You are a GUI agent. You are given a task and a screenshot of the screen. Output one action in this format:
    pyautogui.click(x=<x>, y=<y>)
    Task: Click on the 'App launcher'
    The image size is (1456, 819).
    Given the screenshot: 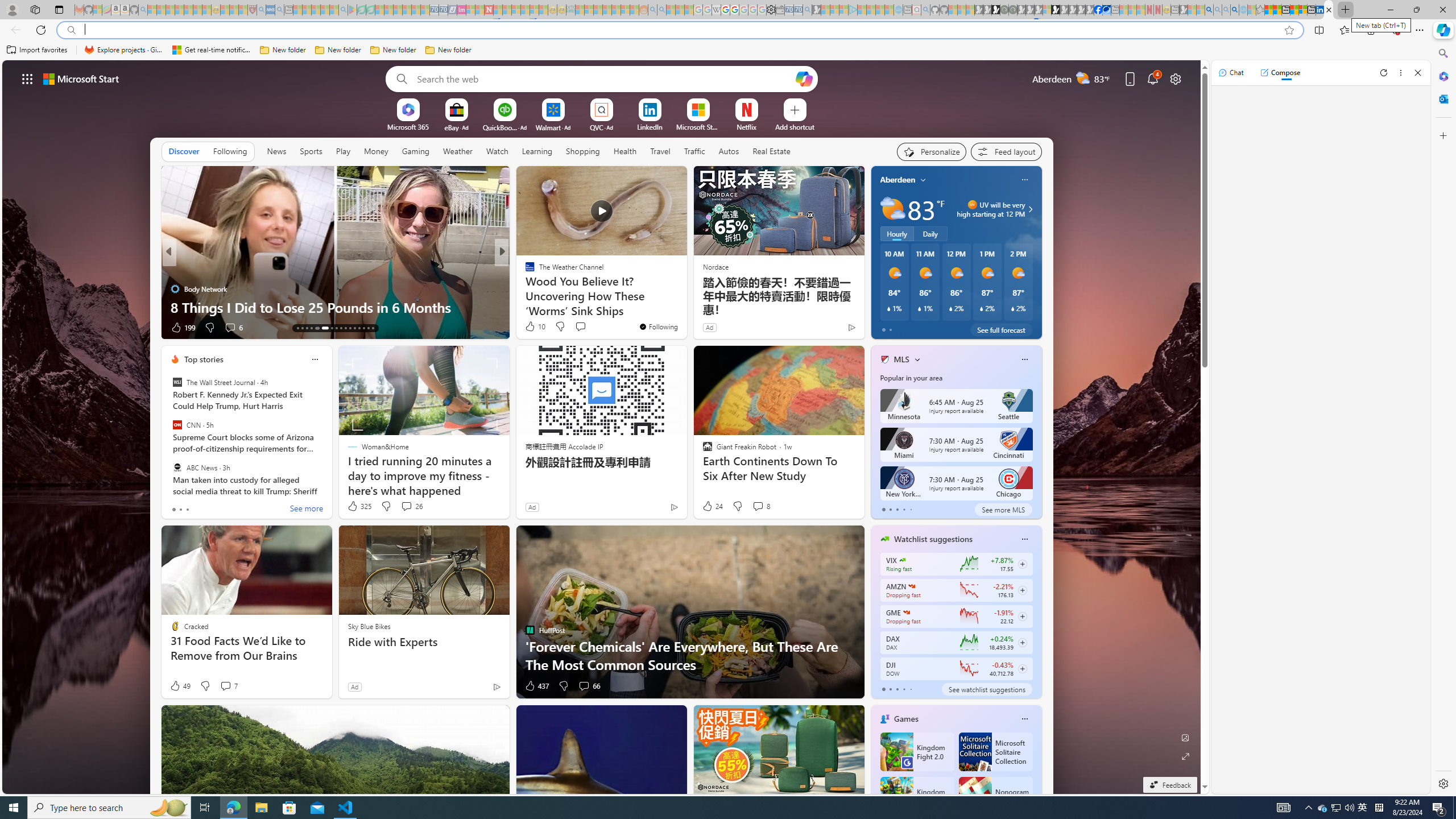 What is the action you would take?
    pyautogui.click(x=27, y=78)
    